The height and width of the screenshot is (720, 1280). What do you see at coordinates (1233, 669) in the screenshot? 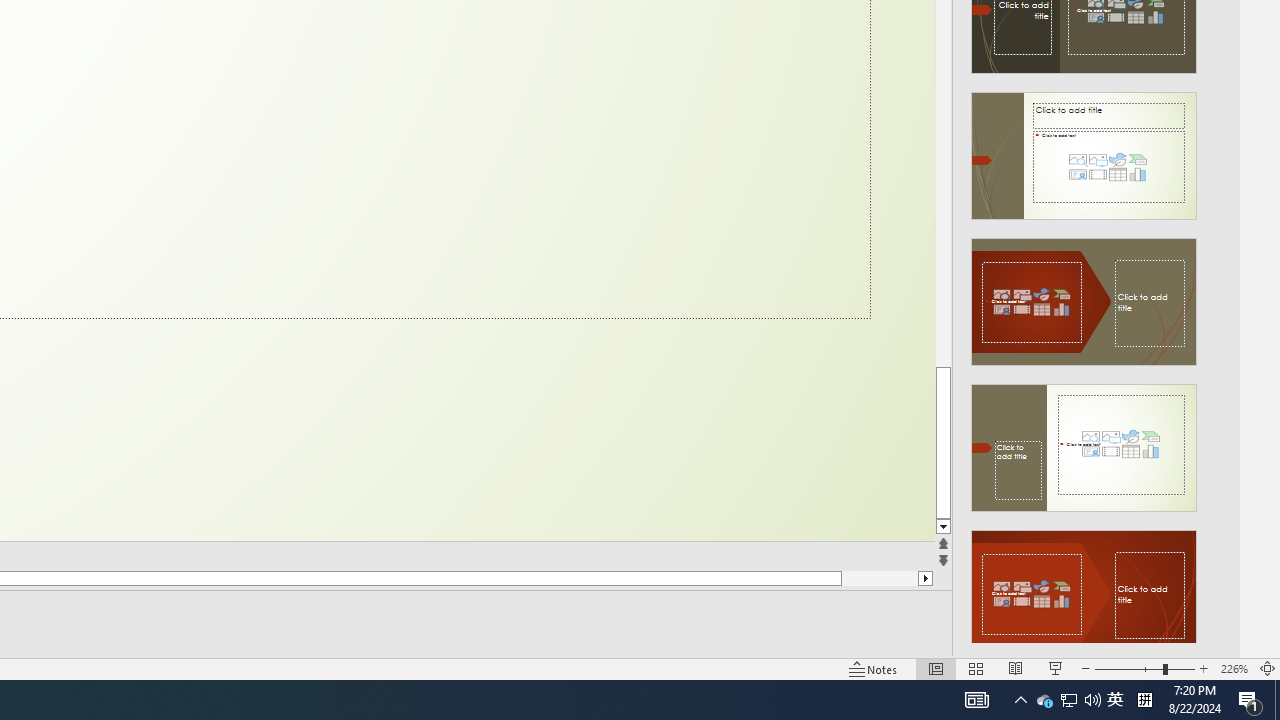
I see `'Zoom 226%'` at bounding box center [1233, 669].